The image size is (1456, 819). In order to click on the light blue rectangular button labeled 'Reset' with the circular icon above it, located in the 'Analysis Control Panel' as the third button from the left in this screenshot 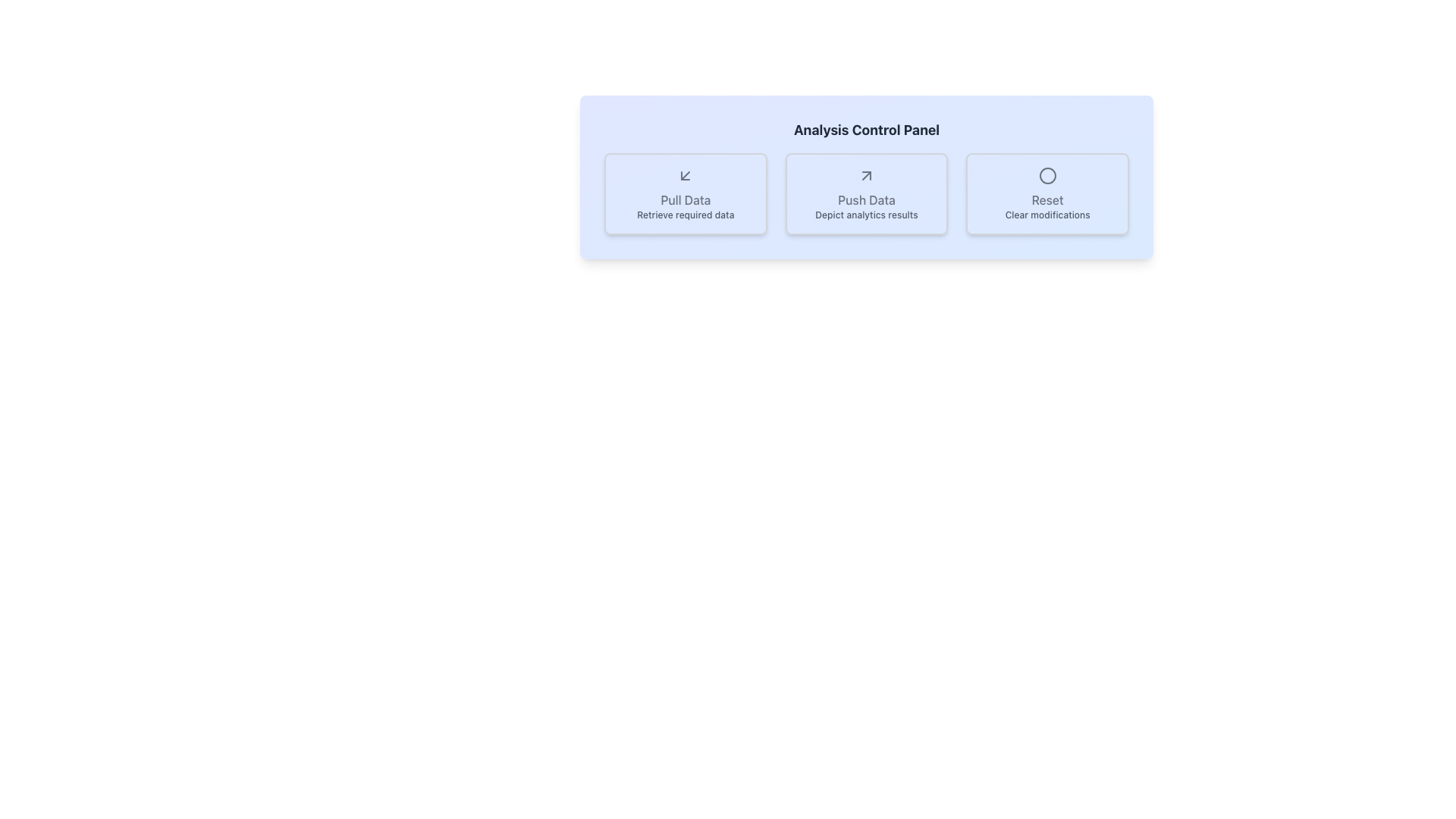, I will do `click(1046, 193)`.